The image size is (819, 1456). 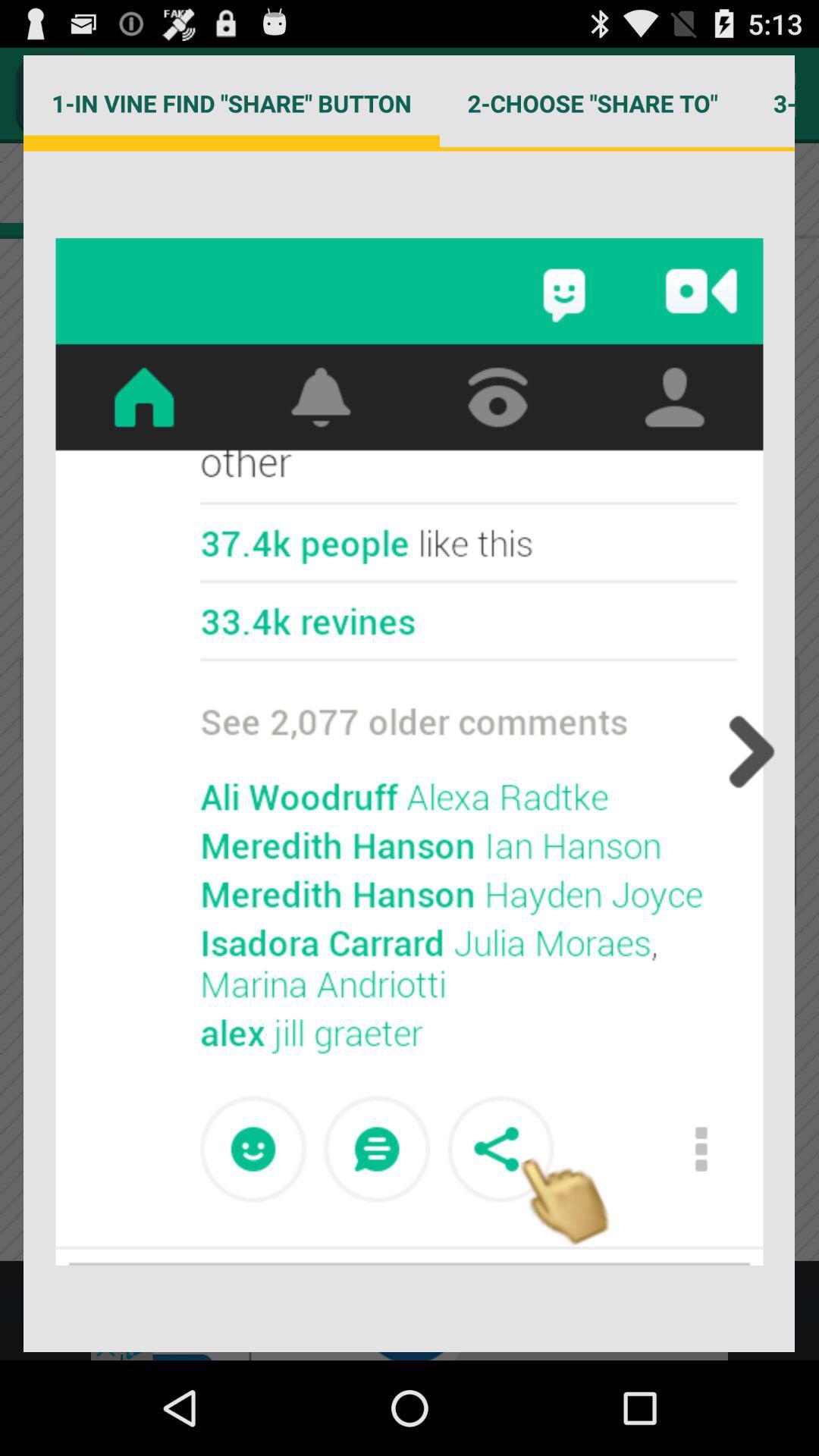 I want to click on 3-choose vdownloadr, so click(x=770, y=102).